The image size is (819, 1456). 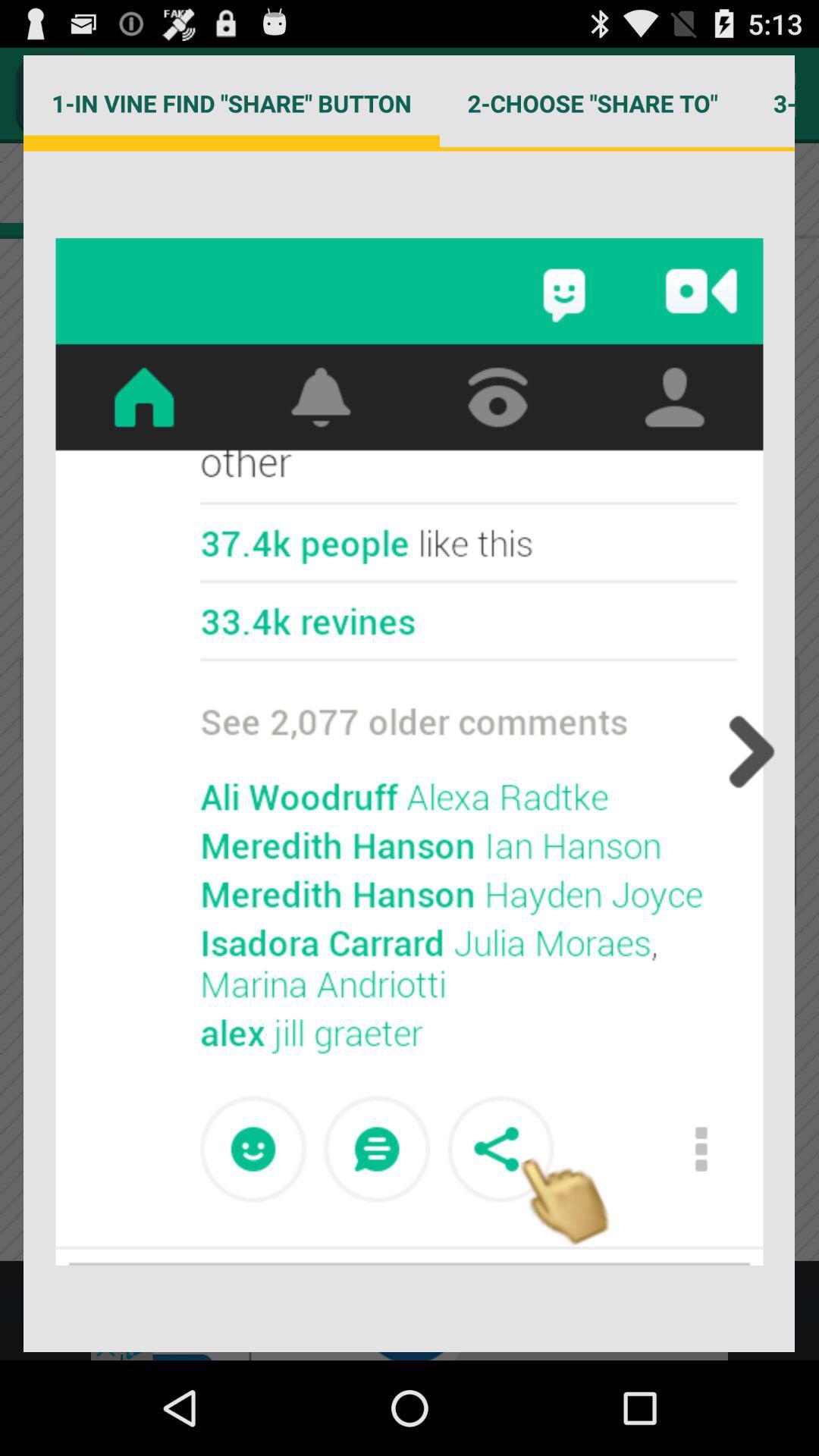 I want to click on 3-choose vdownloadr, so click(x=770, y=102).